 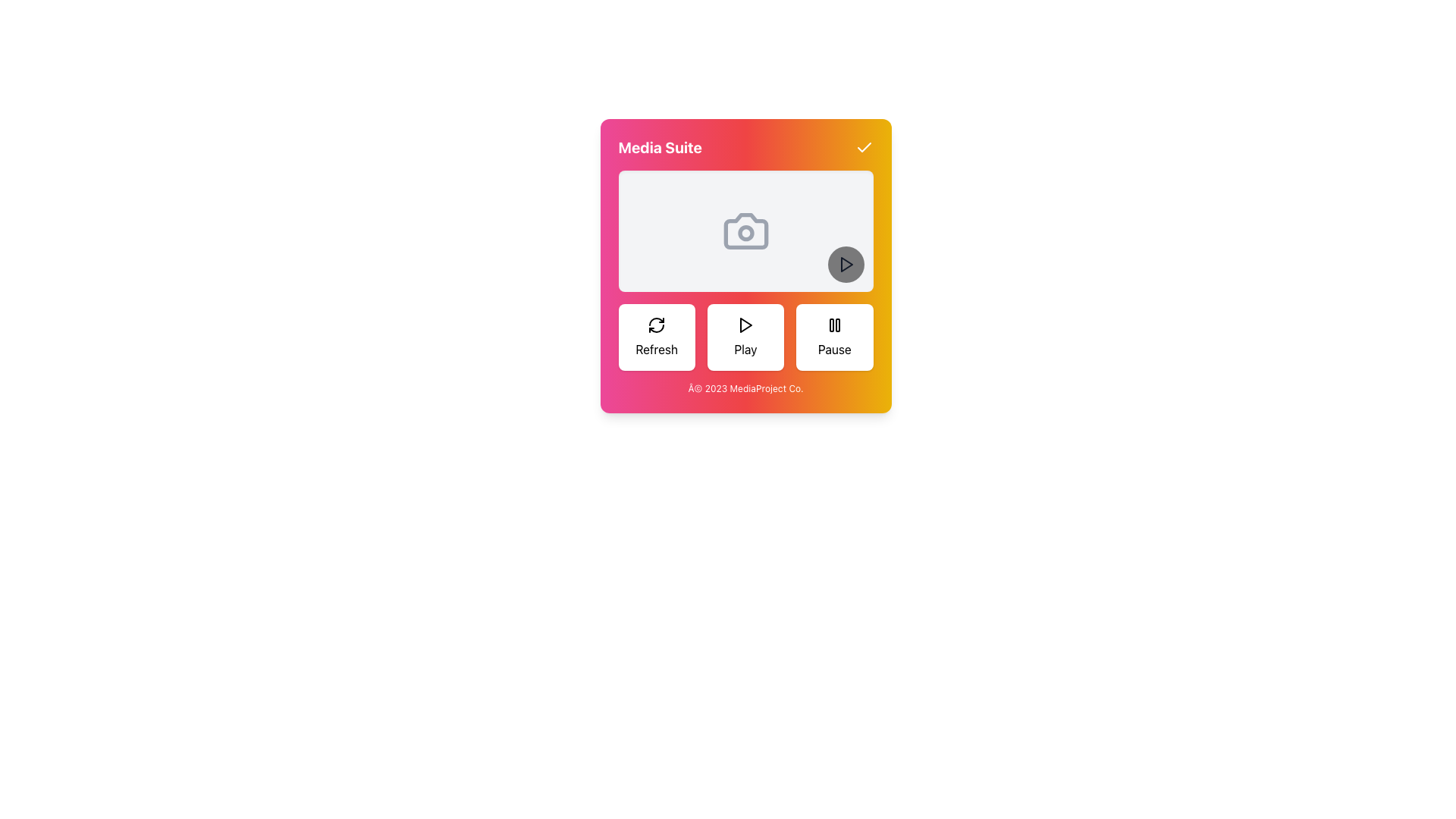 I want to click on the triangular play button icon, which is hollow and set against a gray circular background, located at the top-right corner of the main content box above the labeled buttons, so click(x=846, y=263).